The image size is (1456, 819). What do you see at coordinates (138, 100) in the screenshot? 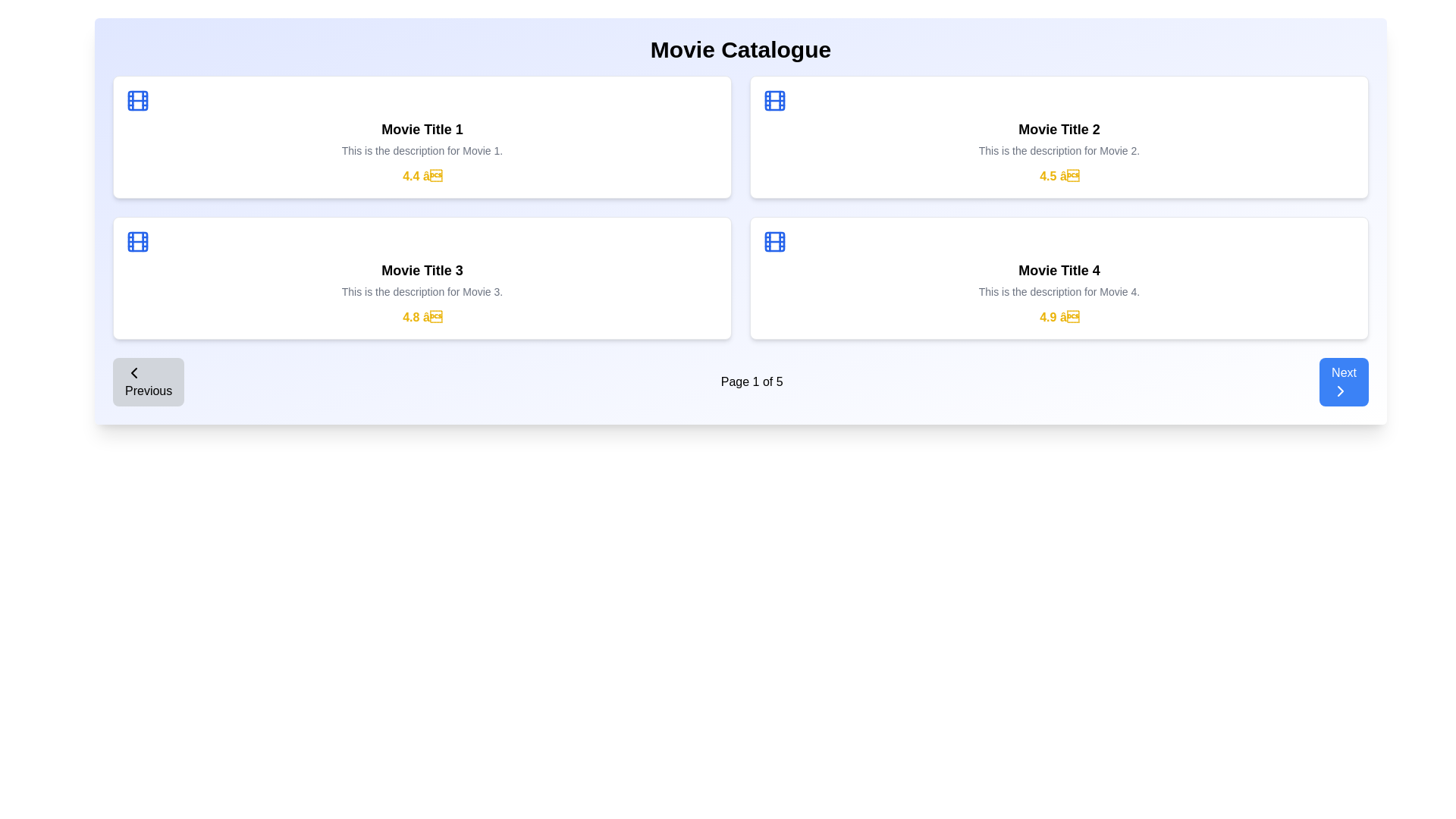
I see `the Decorative SVG component that visually represents the movie reel in the movie card for 'Movie Title 1'` at bounding box center [138, 100].